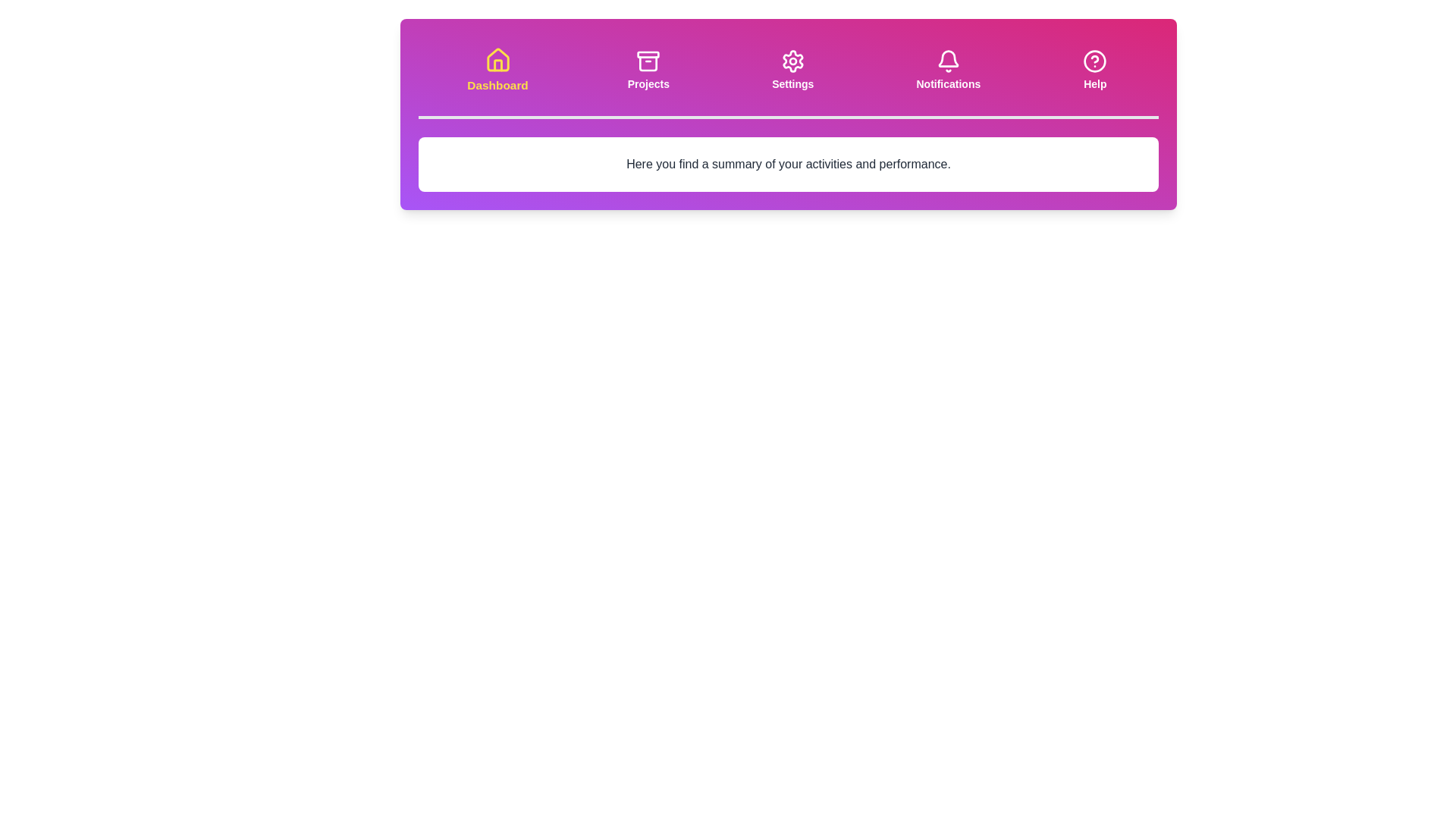  I want to click on the Projects tab to activate it, so click(648, 70).